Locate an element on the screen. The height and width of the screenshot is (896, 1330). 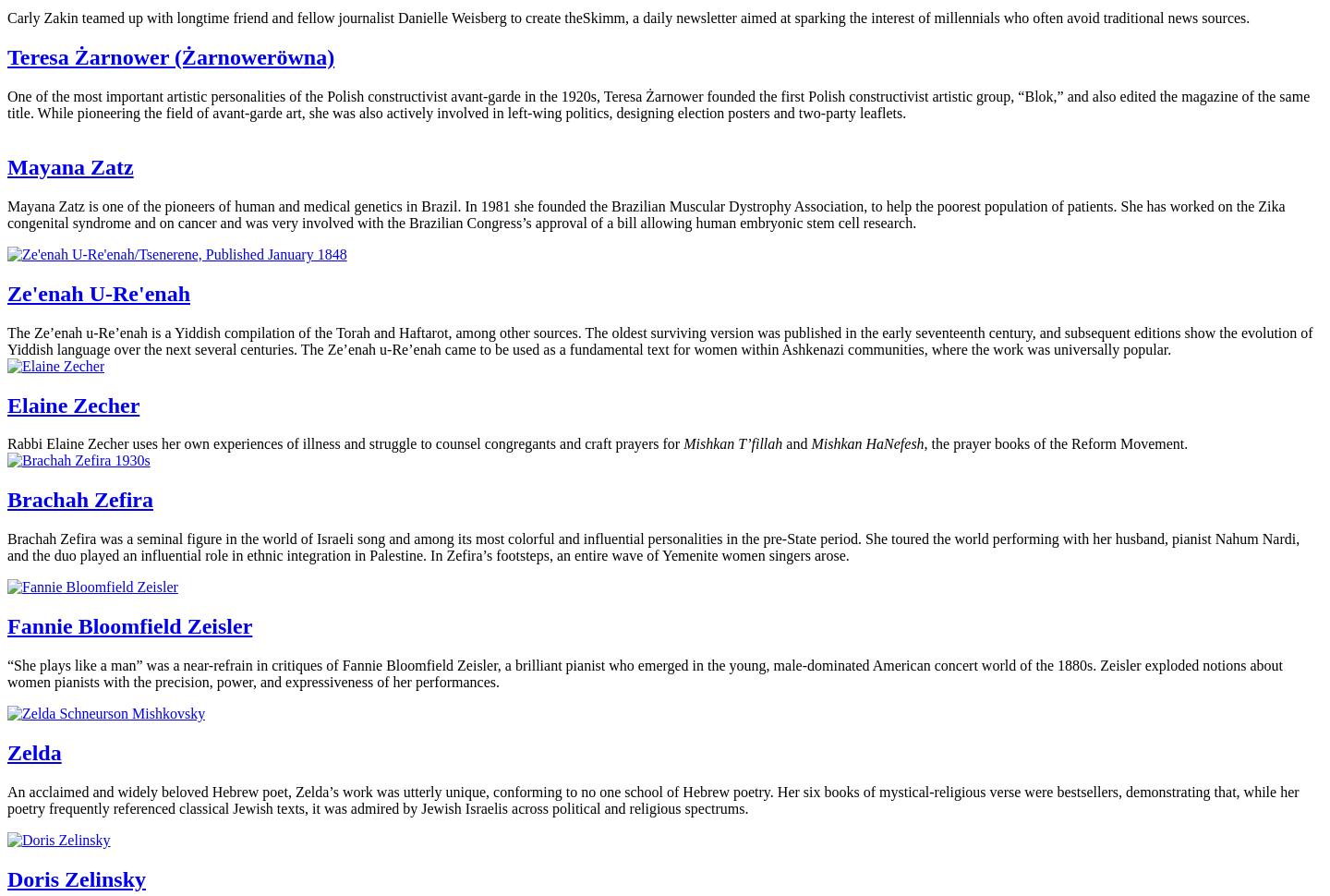
'Doris Zelinsky' is located at coordinates (76, 877).